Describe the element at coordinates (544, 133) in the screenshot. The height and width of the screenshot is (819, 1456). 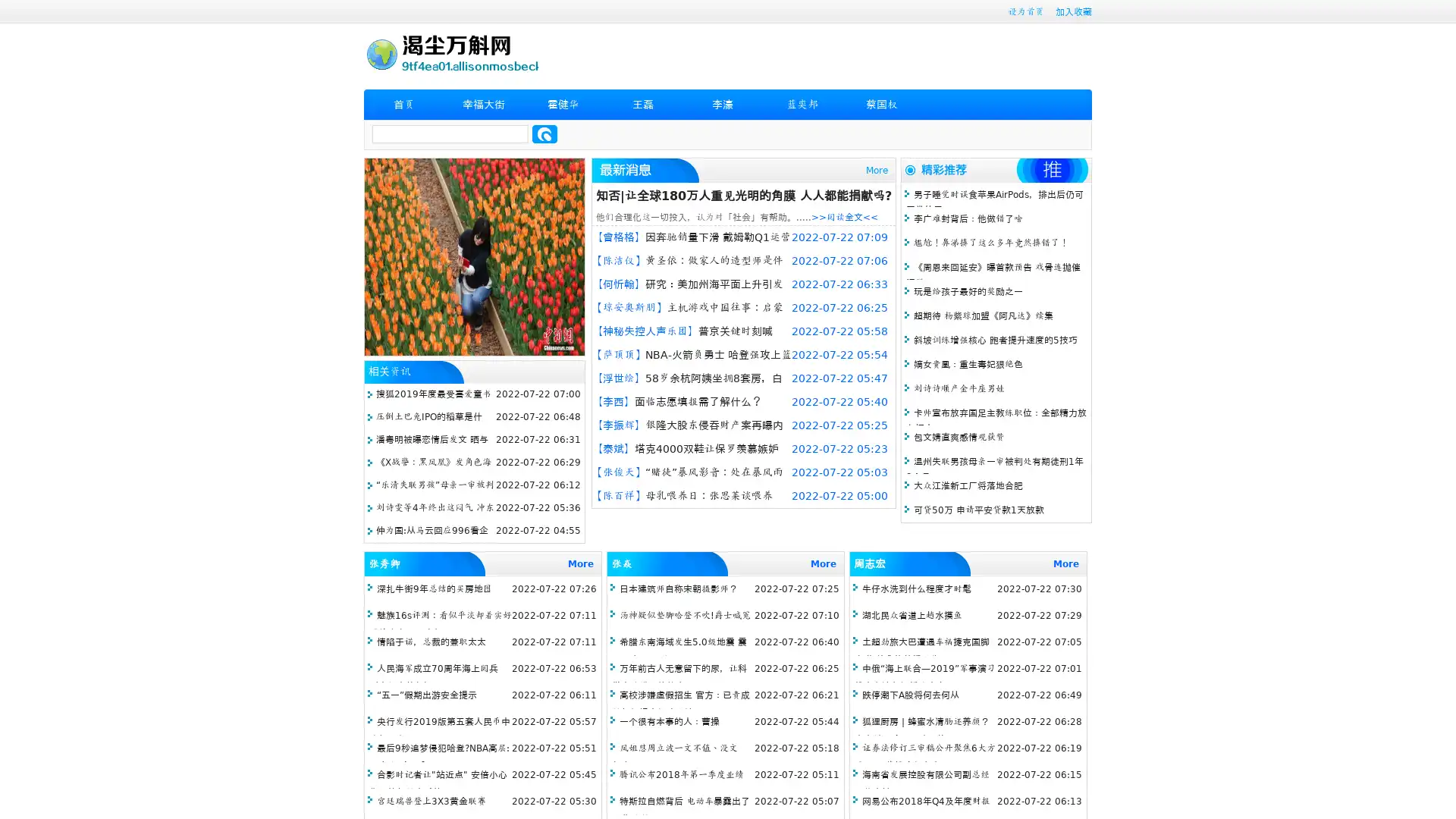
I see `Search` at that location.